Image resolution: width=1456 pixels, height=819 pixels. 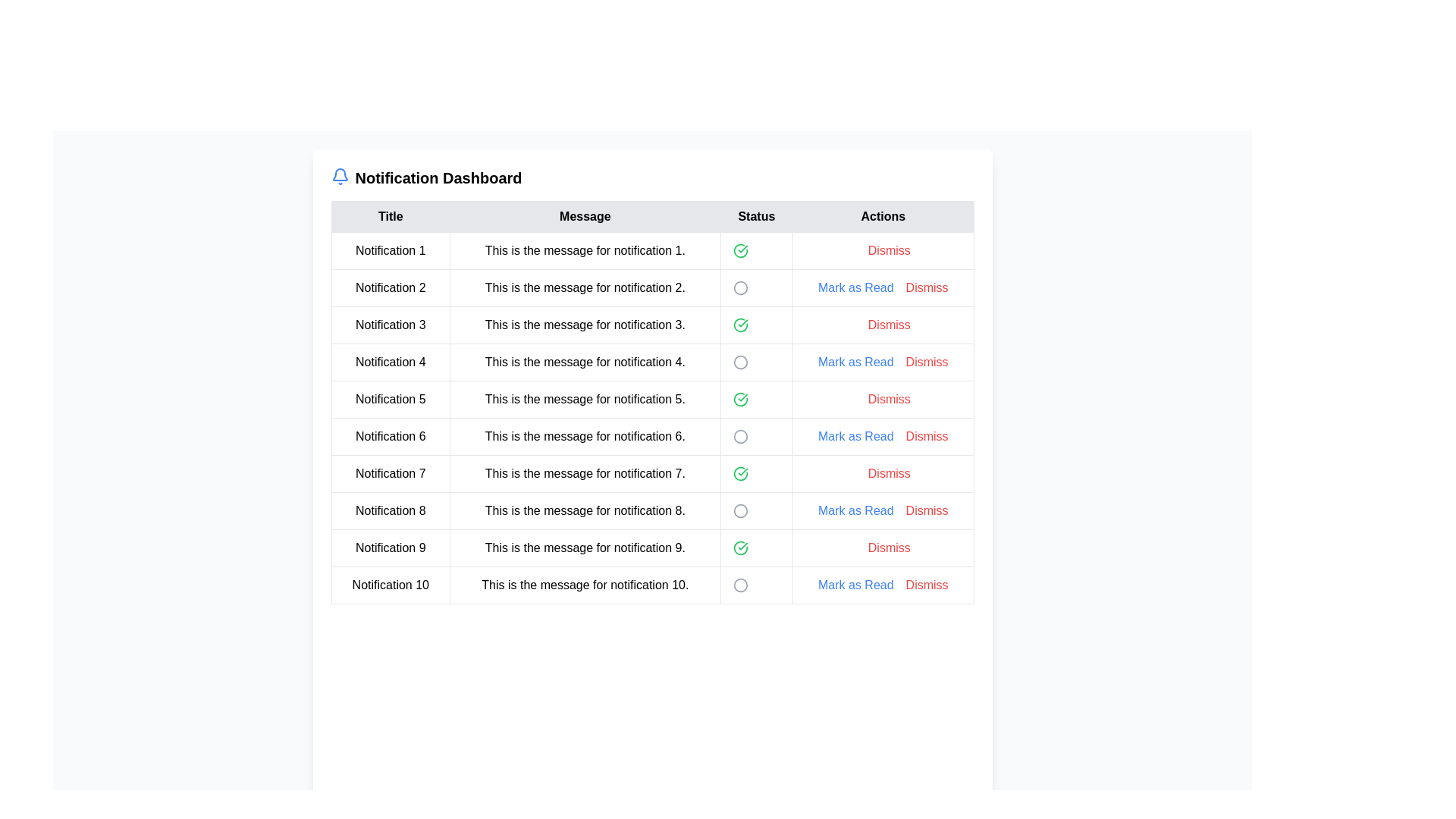 What do you see at coordinates (391, 324) in the screenshot?
I see `assistive technology` at bounding box center [391, 324].